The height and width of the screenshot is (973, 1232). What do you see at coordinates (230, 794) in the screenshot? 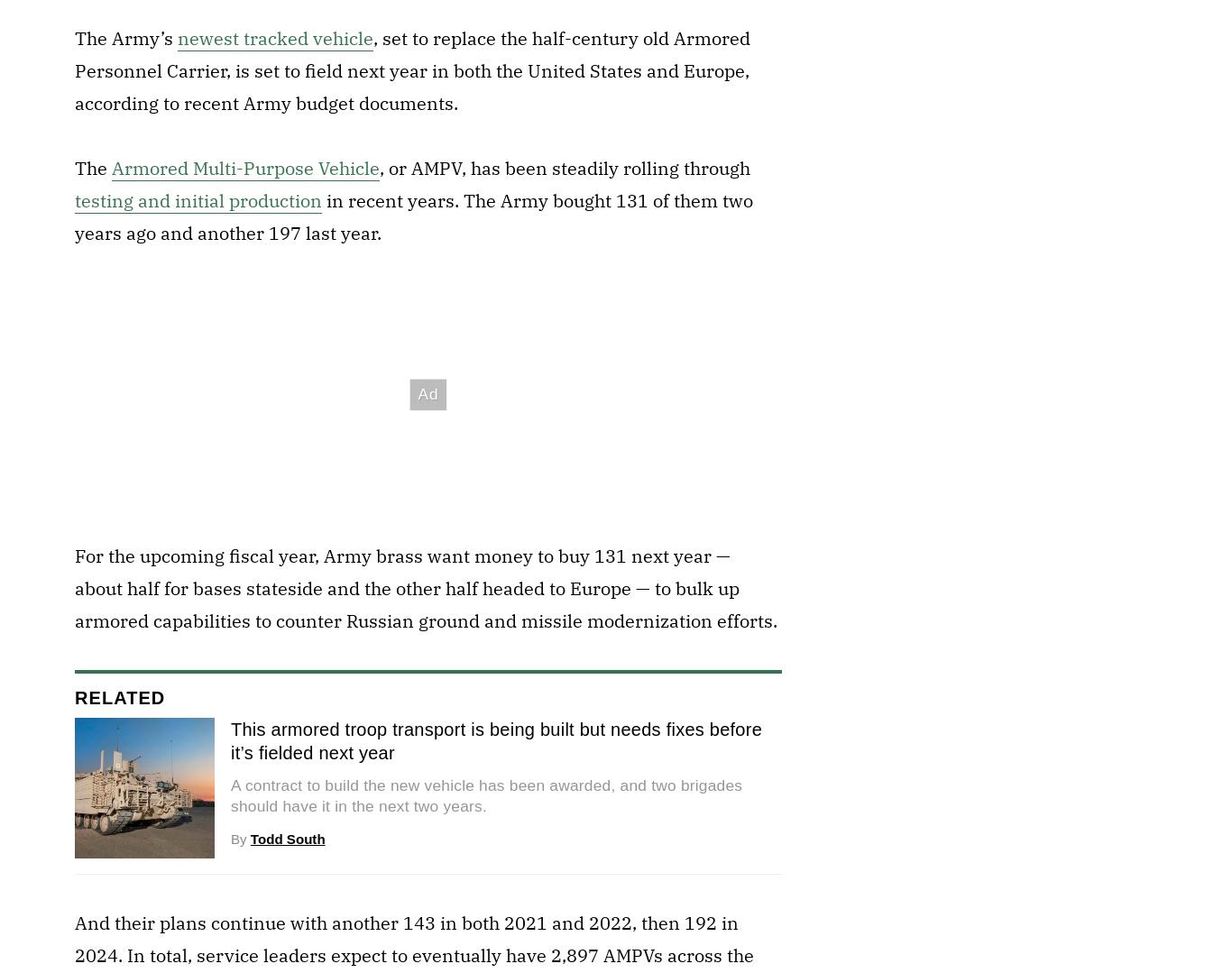
I see `'A contract to build the new vehicle has been awarded, and two brigades should have it in the next two years.'` at bounding box center [230, 794].